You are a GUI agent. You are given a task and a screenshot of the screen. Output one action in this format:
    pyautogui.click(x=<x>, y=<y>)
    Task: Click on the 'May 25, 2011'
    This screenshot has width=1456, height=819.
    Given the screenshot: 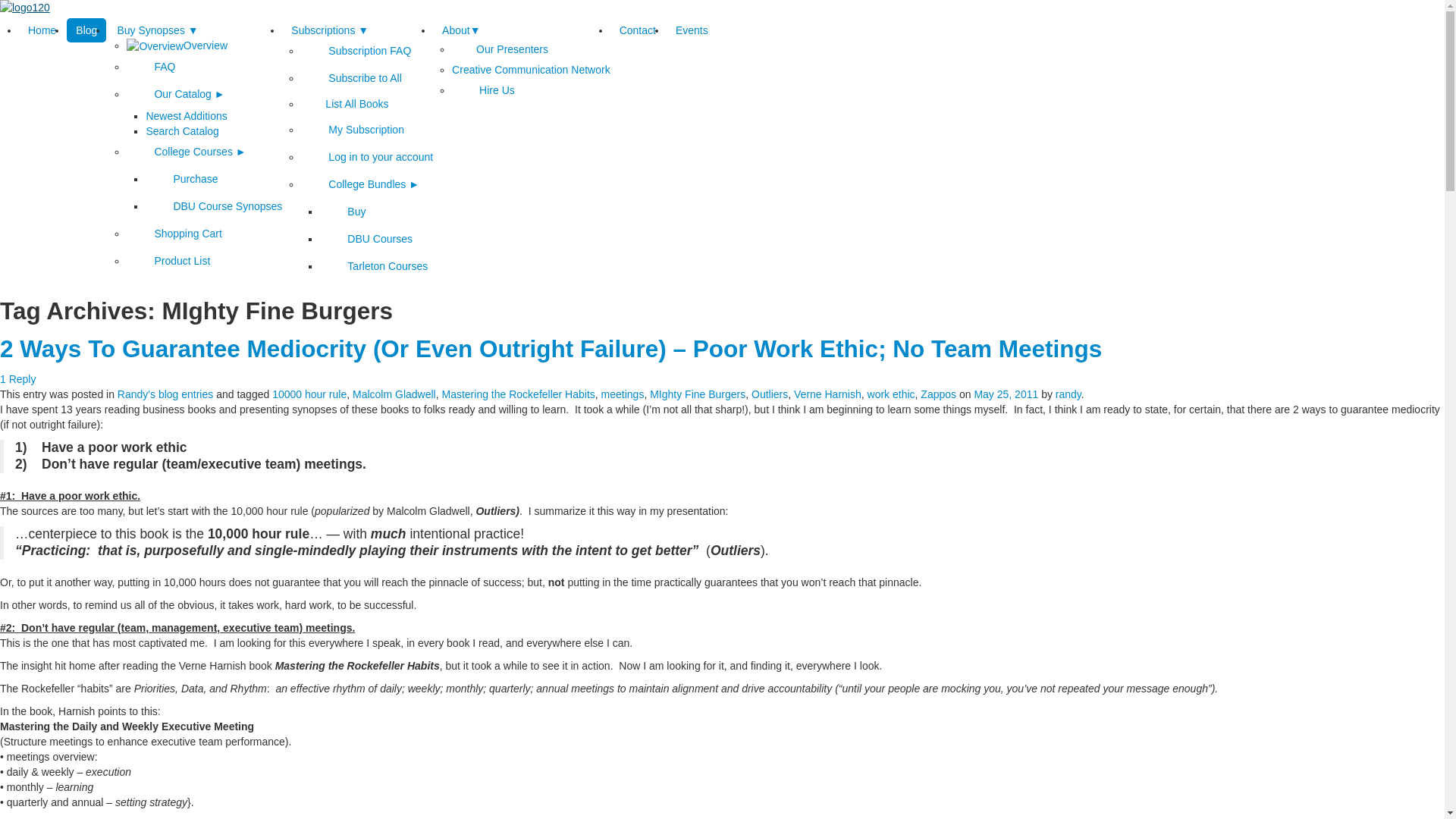 What is the action you would take?
    pyautogui.click(x=1006, y=394)
    